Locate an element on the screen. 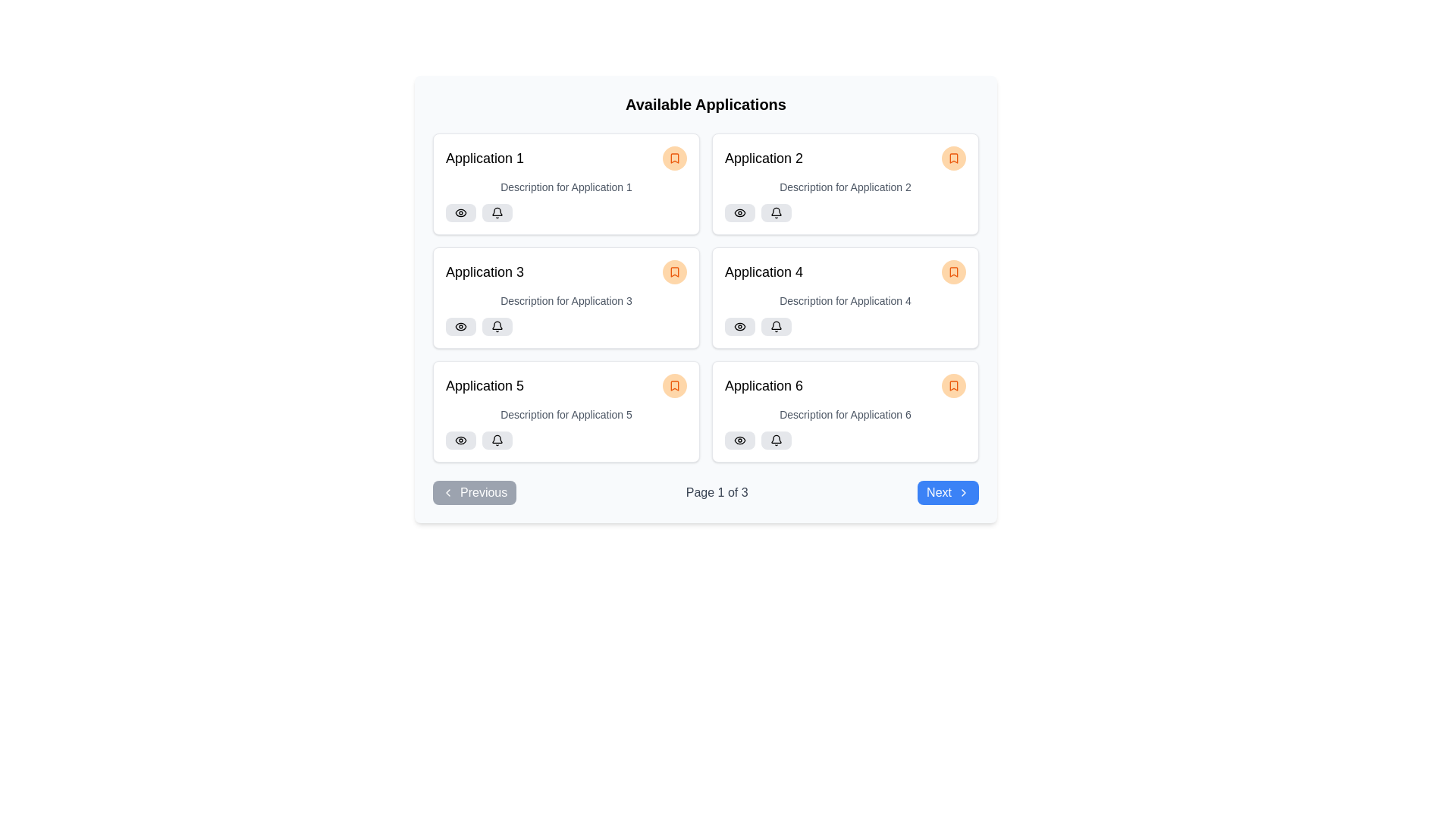 Image resolution: width=1456 pixels, height=819 pixels. the notification toggle button located below the 'Application 5' card, which is the second icon in a row of two buttons is located at coordinates (497, 441).